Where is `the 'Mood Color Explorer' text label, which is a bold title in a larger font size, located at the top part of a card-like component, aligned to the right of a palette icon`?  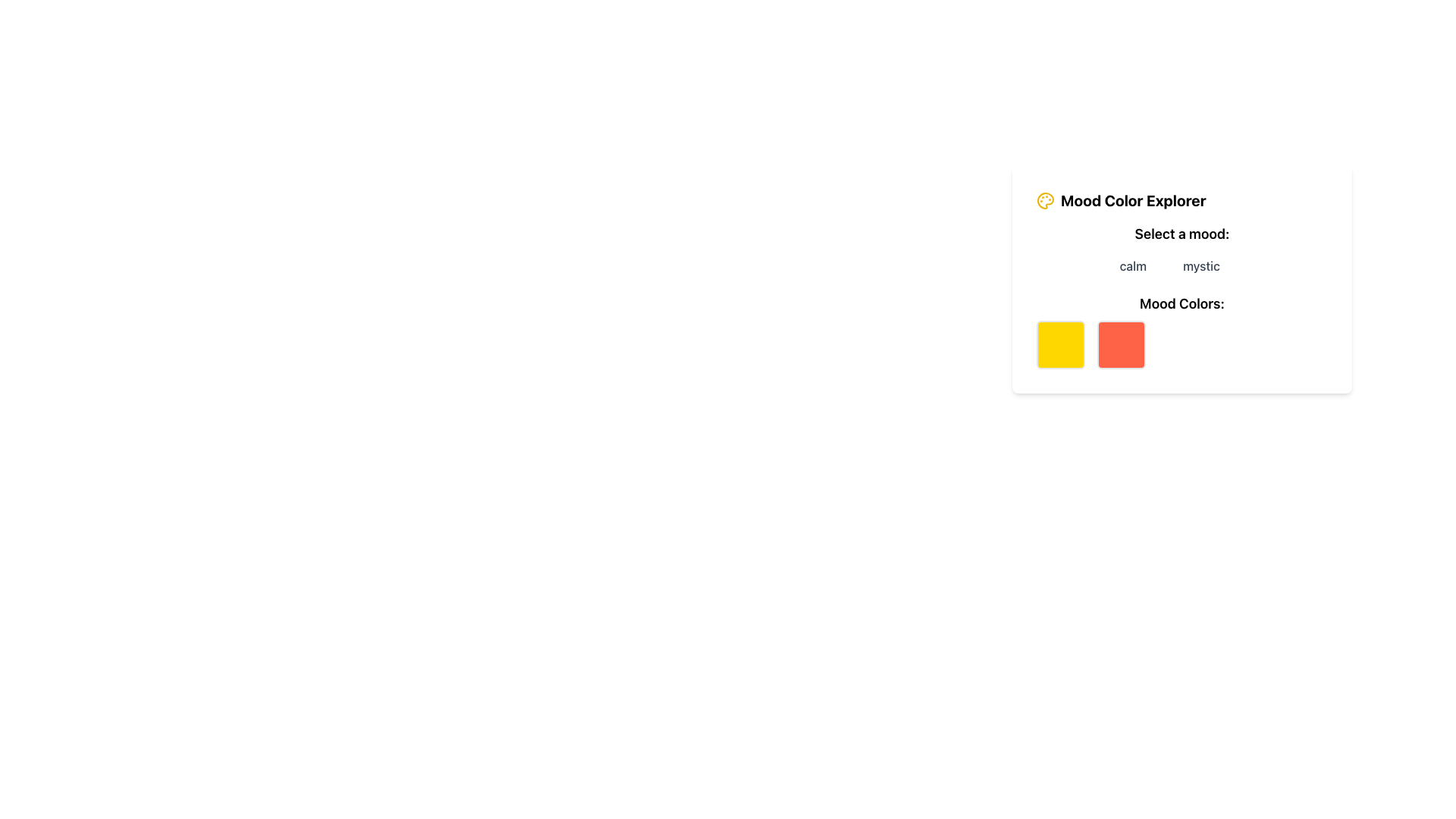
the 'Mood Color Explorer' text label, which is a bold title in a larger font size, located at the top part of a card-like component, aligned to the right of a palette icon is located at coordinates (1133, 200).